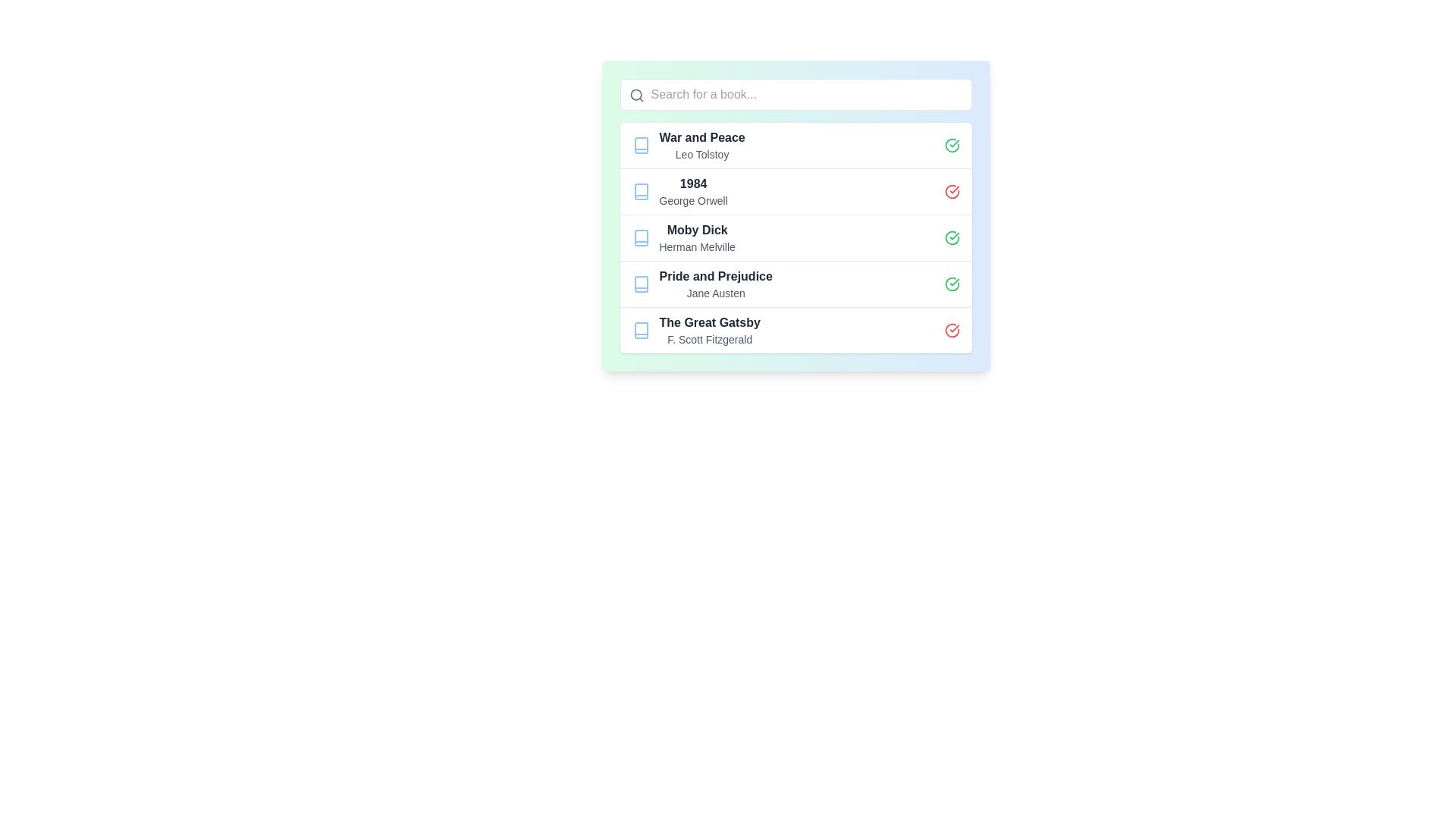  Describe the element at coordinates (692, 200) in the screenshot. I see `the label displaying the author of the book '1984', which is located below the bold title in the same list item` at that location.